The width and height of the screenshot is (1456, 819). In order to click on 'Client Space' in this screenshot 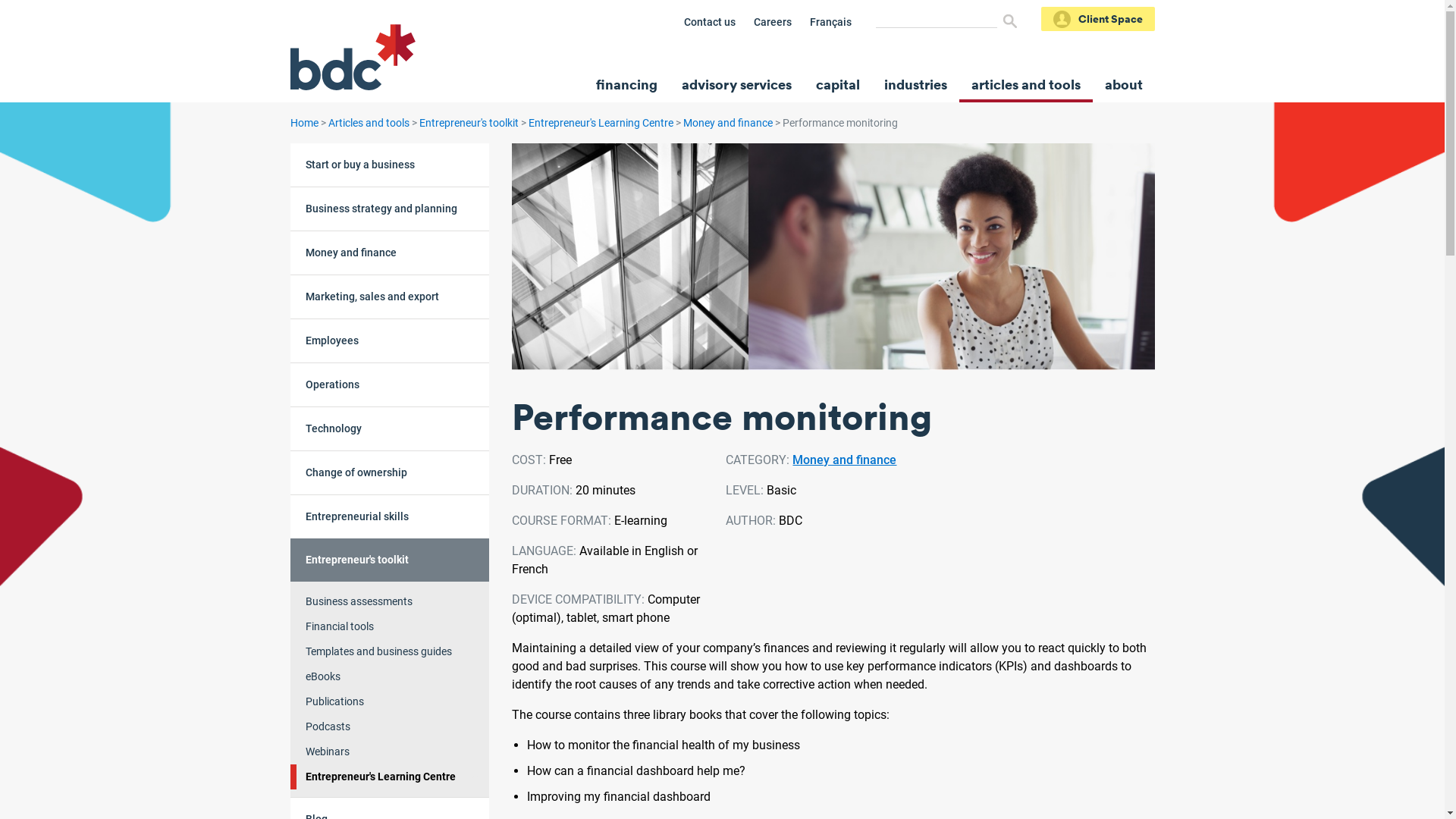, I will do `click(1097, 18)`.